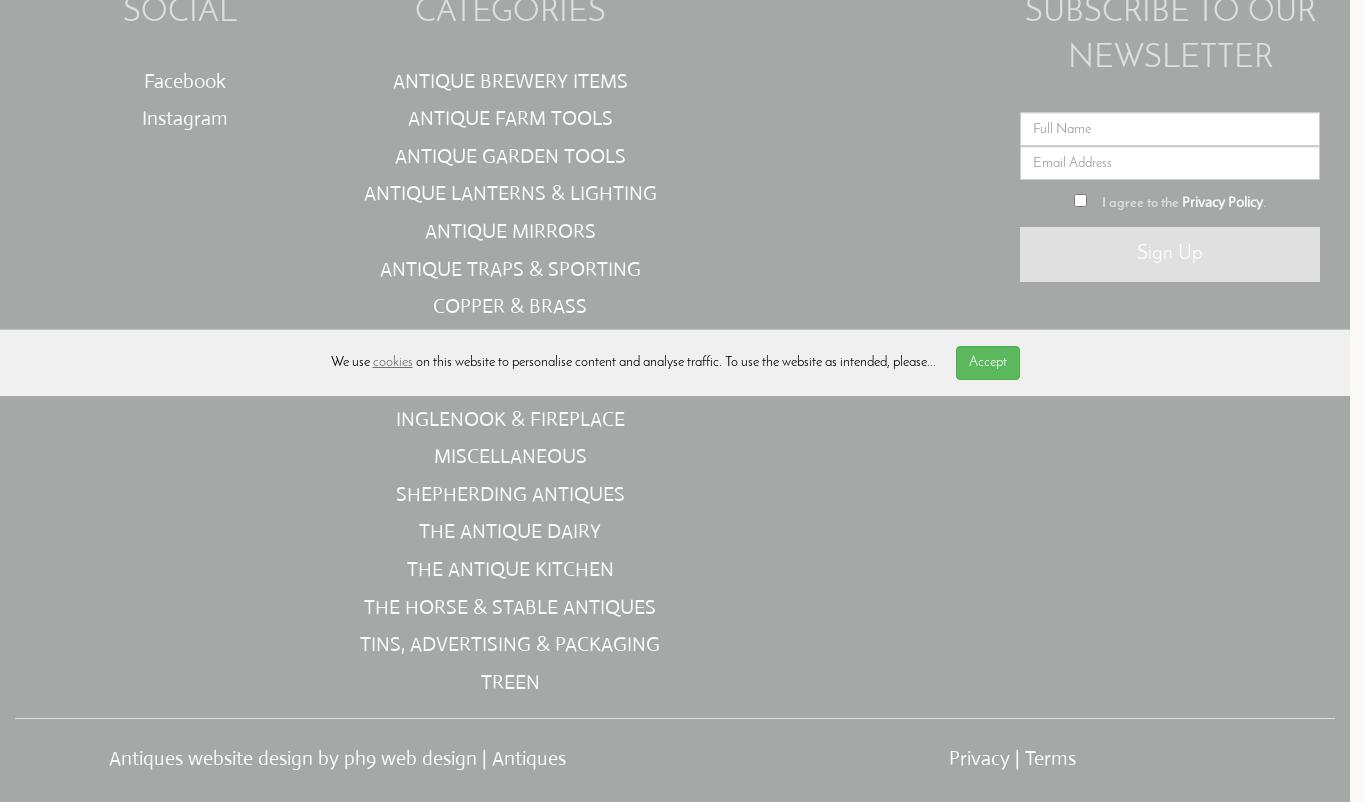  What do you see at coordinates (392, 361) in the screenshot?
I see `'cookies'` at bounding box center [392, 361].